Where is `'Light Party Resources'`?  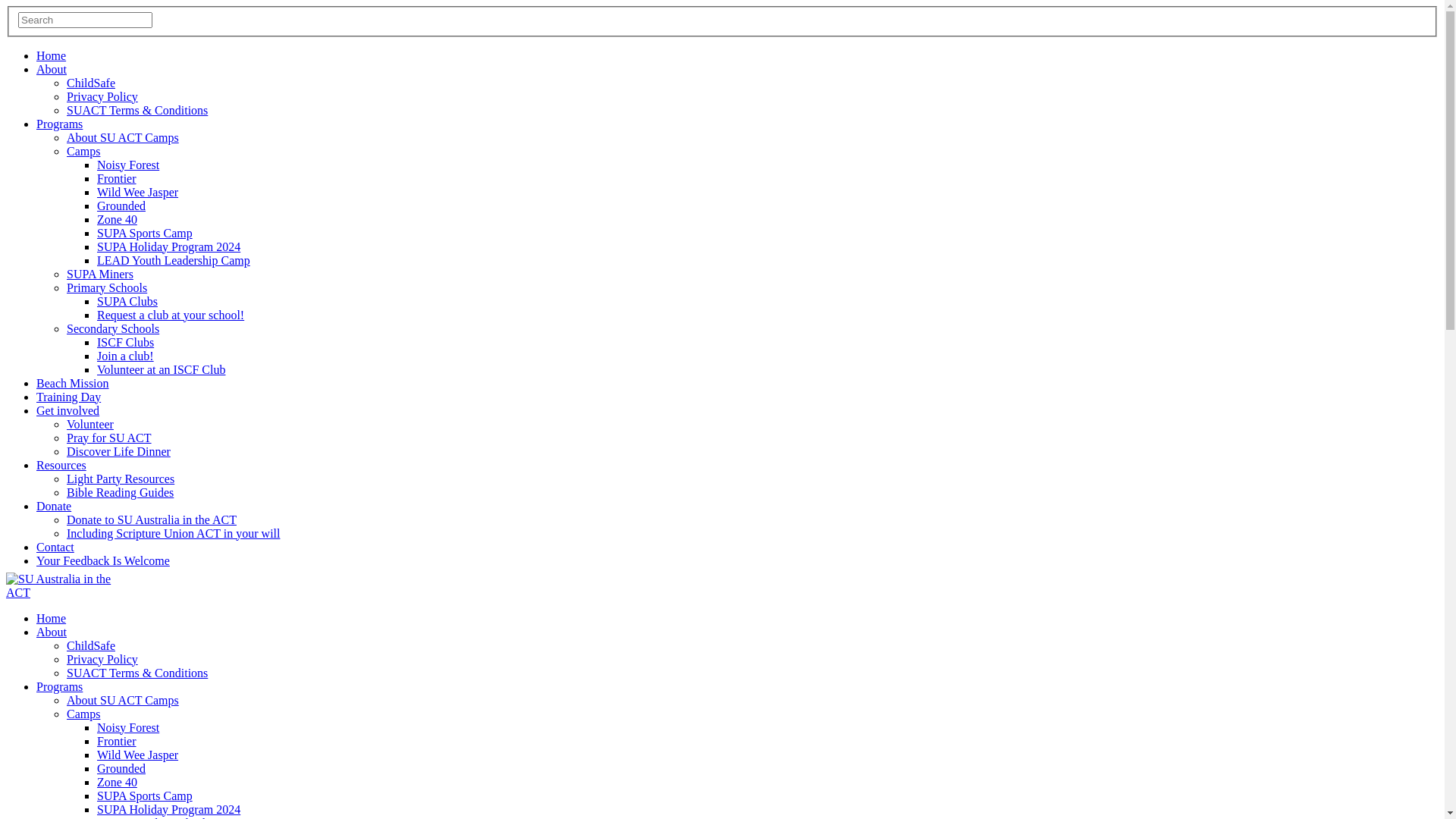 'Light Party Resources' is located at coordinates (119, 479).